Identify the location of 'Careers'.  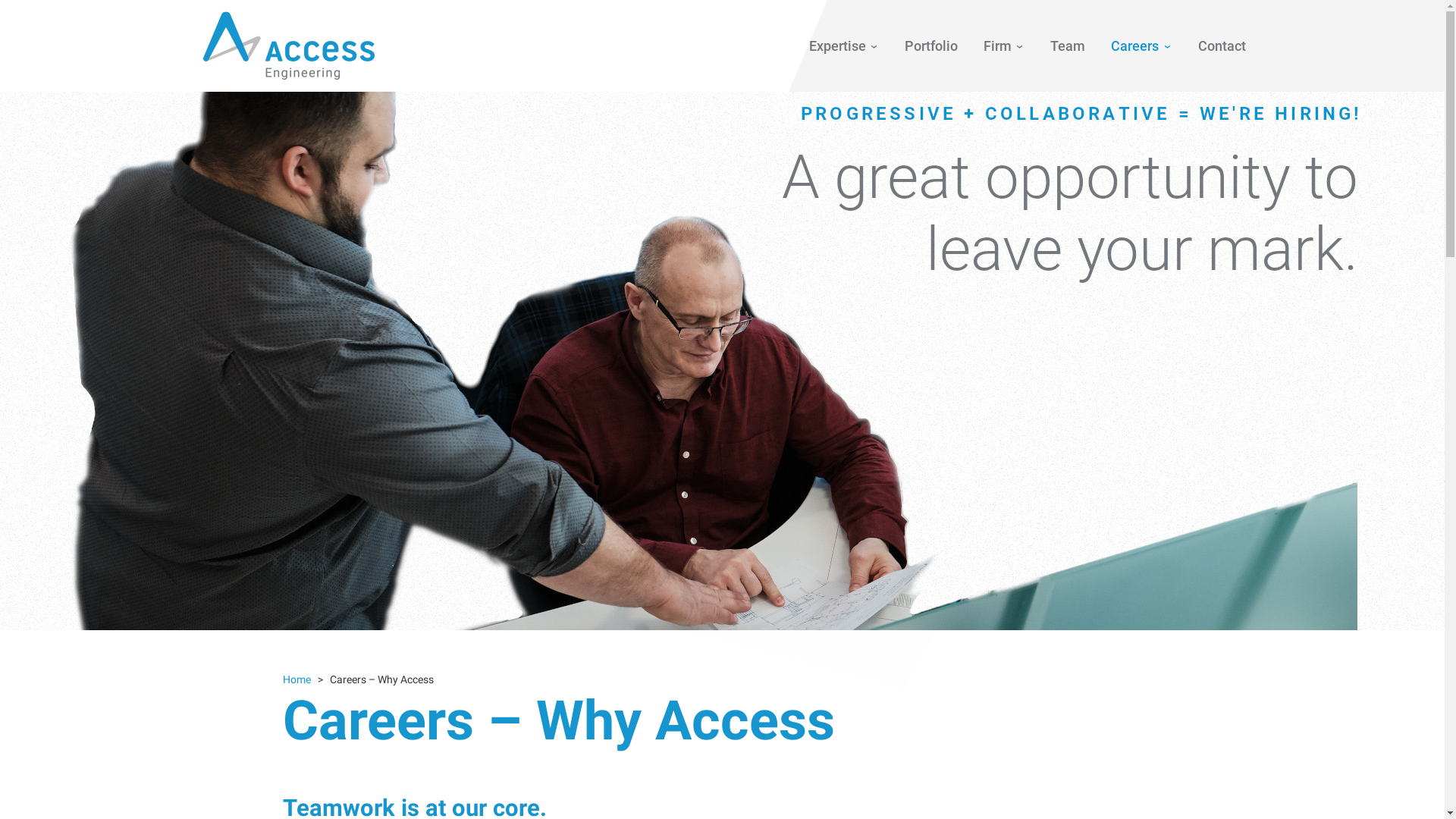
(1141, 45).